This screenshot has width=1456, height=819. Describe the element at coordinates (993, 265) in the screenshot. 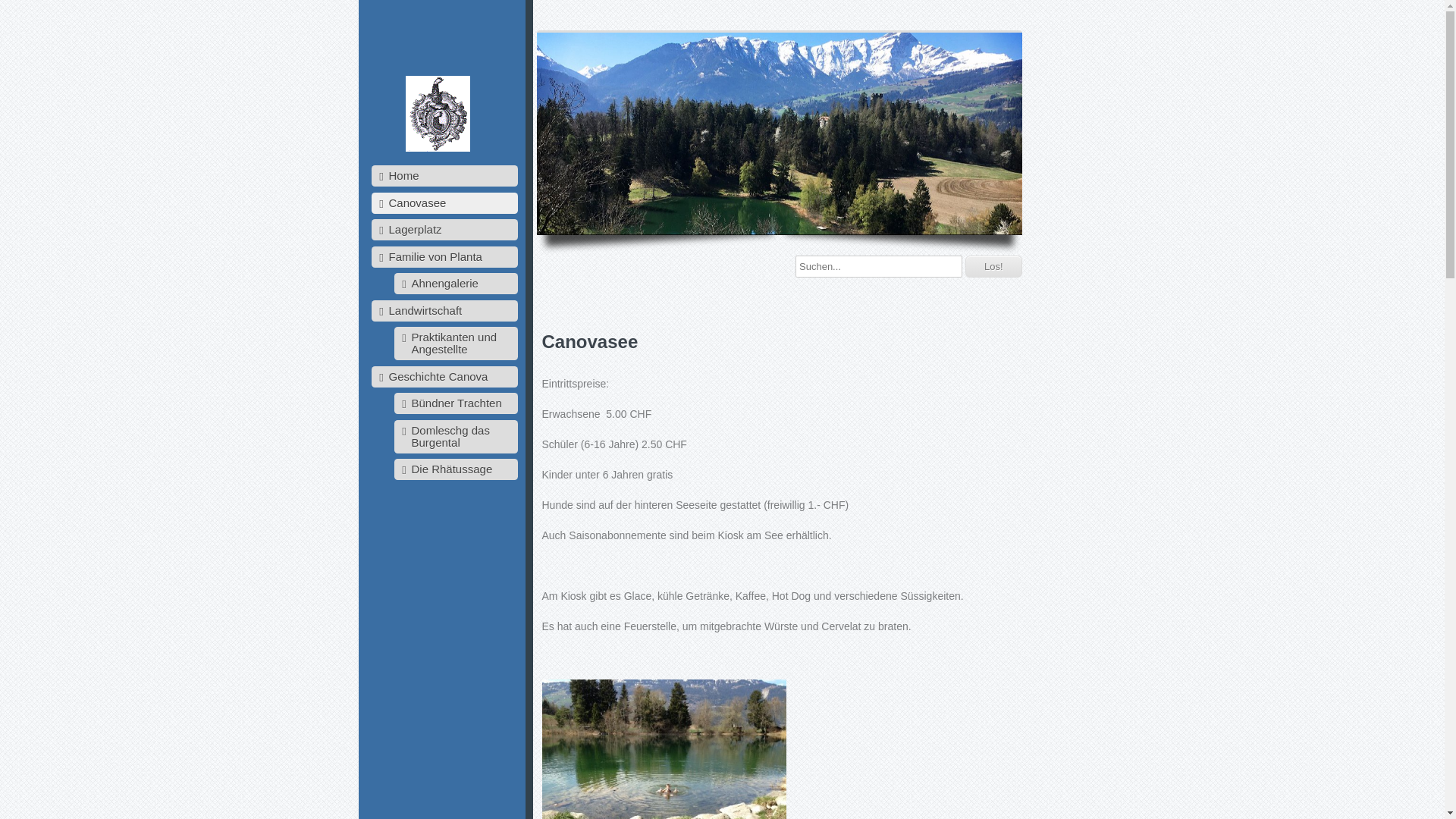

I see `'Los!'` at that location.